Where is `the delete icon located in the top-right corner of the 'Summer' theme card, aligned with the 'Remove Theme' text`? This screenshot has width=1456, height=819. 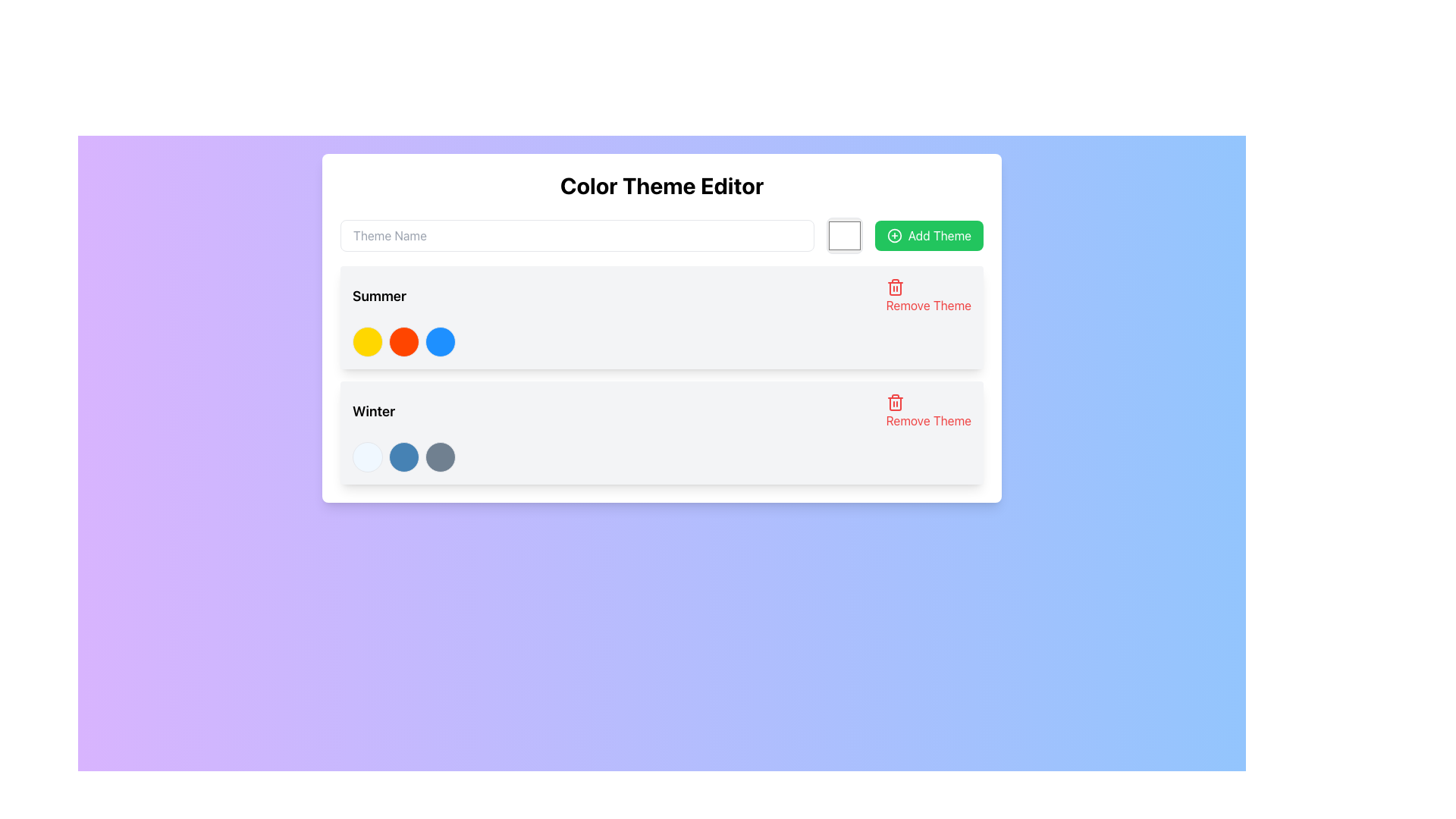 the delete icon located in the top-right corner of the 'Summer' theme card, aligned with the 'Remove Theme' text is located at coordinates (895, 287).